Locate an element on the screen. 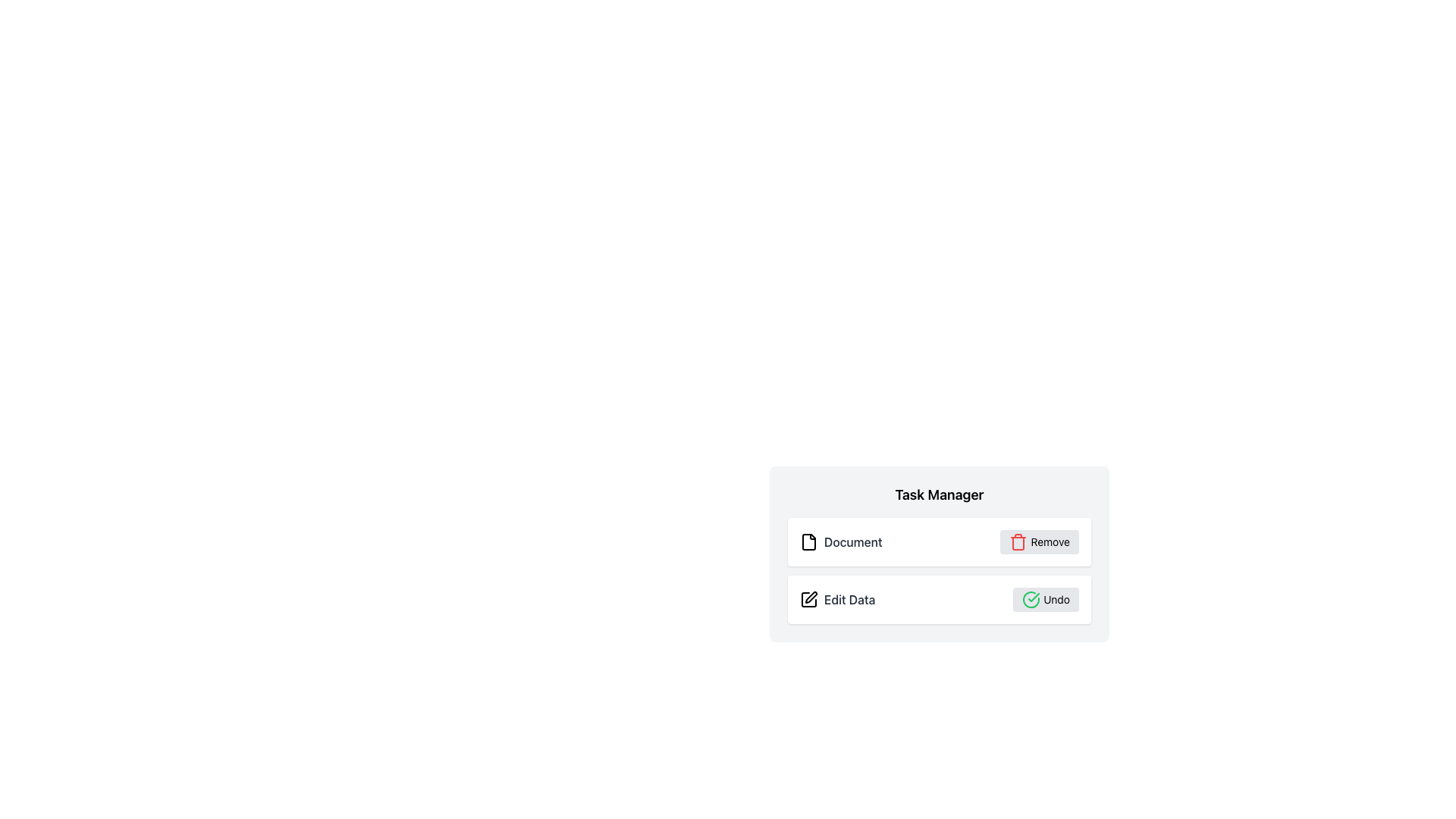 This screenshot has width=1456, height=819. the 'Undo' button with a light gray background and green checkmark icon located in the lower right corner of the 'Task Manager' card for accessibility navigation is located at coordinates (1045, 598).